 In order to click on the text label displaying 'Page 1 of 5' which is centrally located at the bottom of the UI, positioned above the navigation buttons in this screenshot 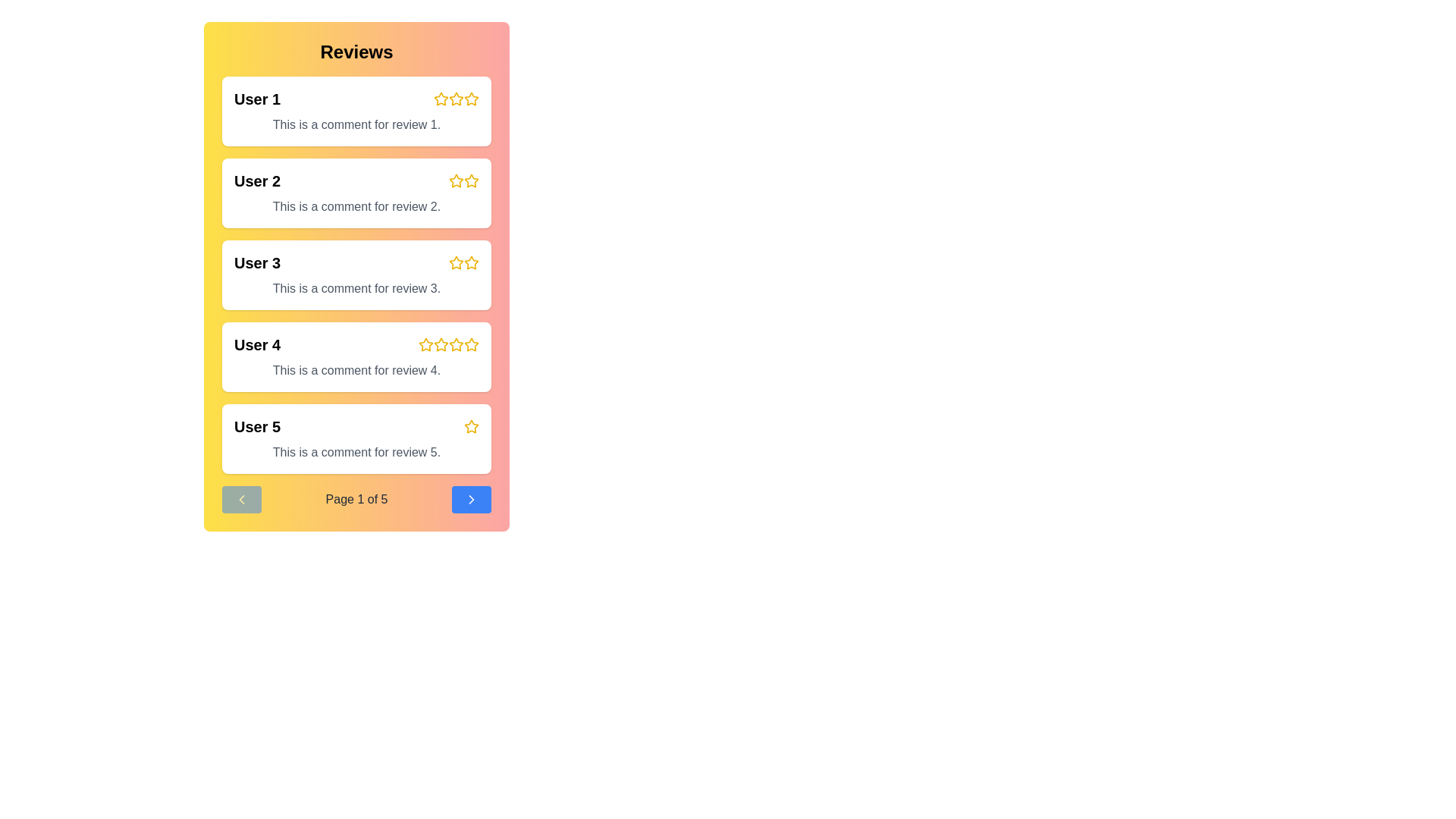, I will do `click(356, 500)`.